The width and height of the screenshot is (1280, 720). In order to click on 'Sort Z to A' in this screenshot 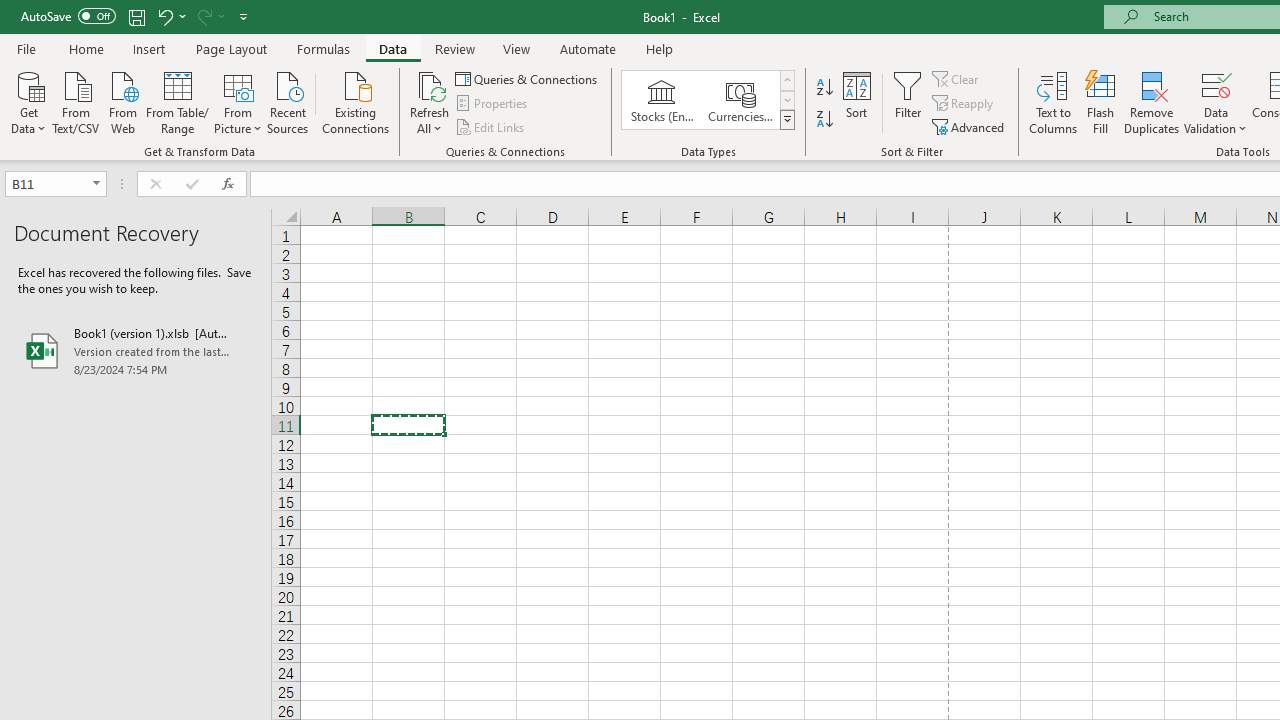, I will do `click(824, 119)`.